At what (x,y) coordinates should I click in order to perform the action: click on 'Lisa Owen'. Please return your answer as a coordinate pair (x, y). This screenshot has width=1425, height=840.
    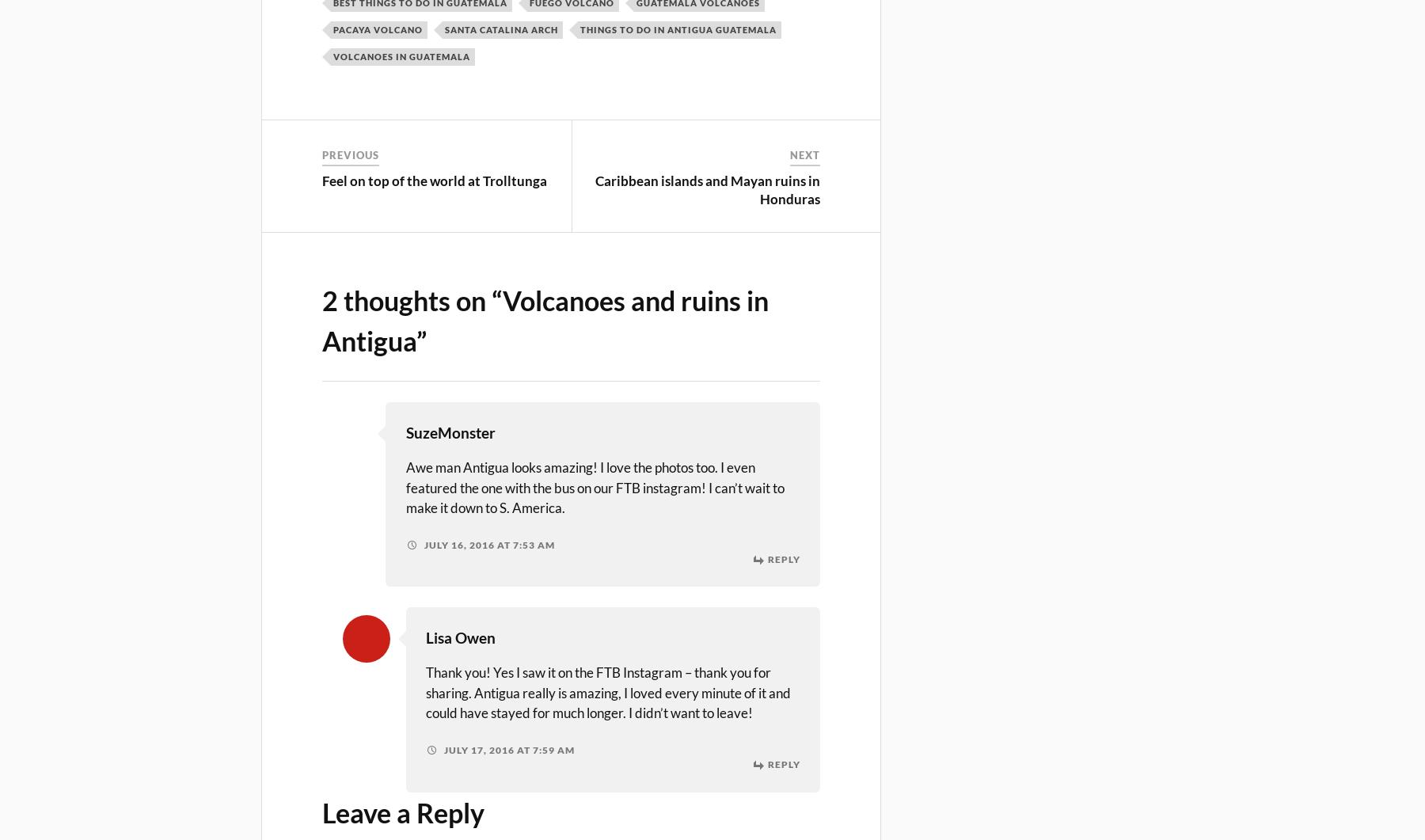
    Looking at the image, I should click on (460, 638).